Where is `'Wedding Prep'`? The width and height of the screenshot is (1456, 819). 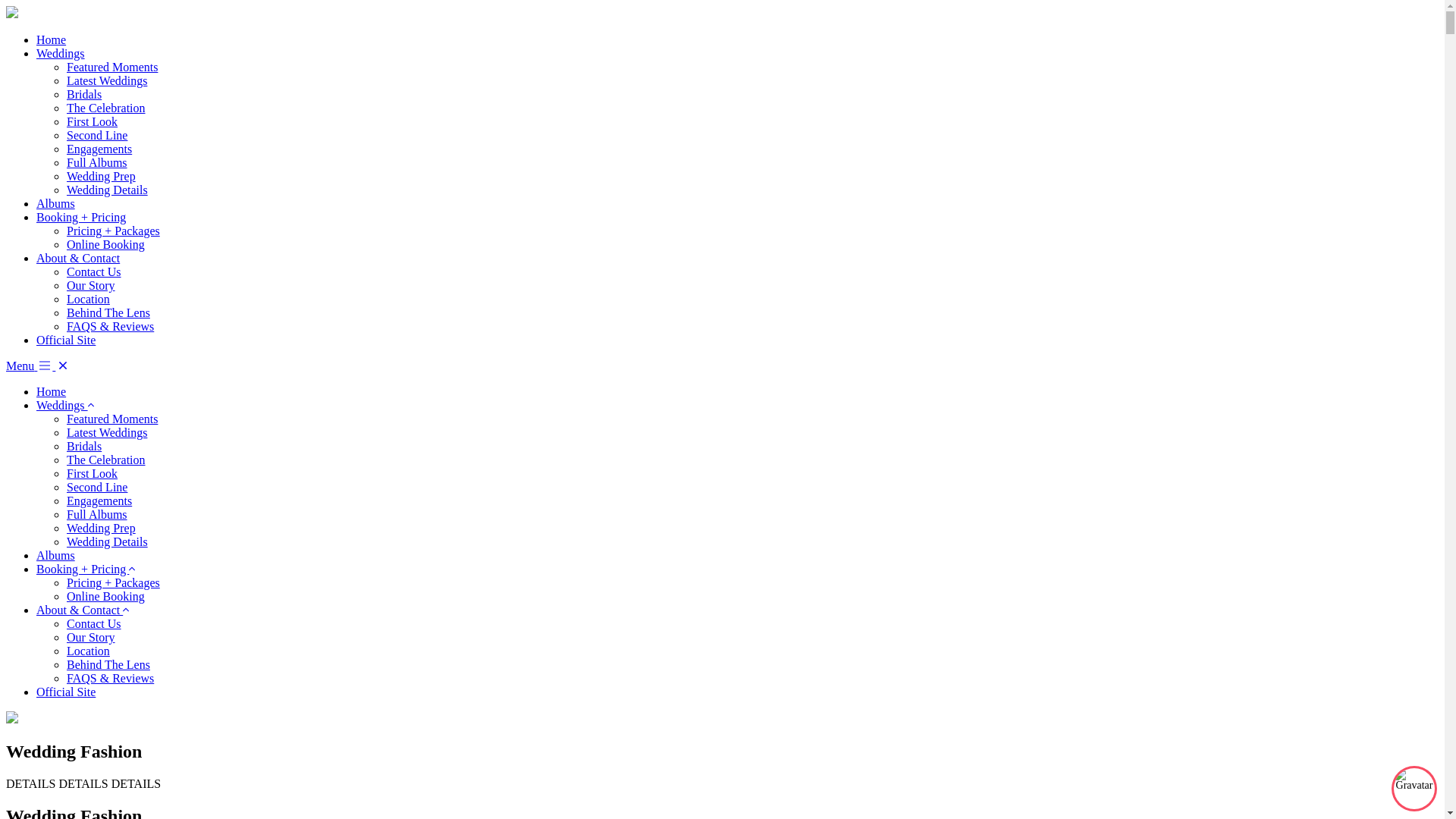
'Wedding Prep' is located at coordinates (100, 527).